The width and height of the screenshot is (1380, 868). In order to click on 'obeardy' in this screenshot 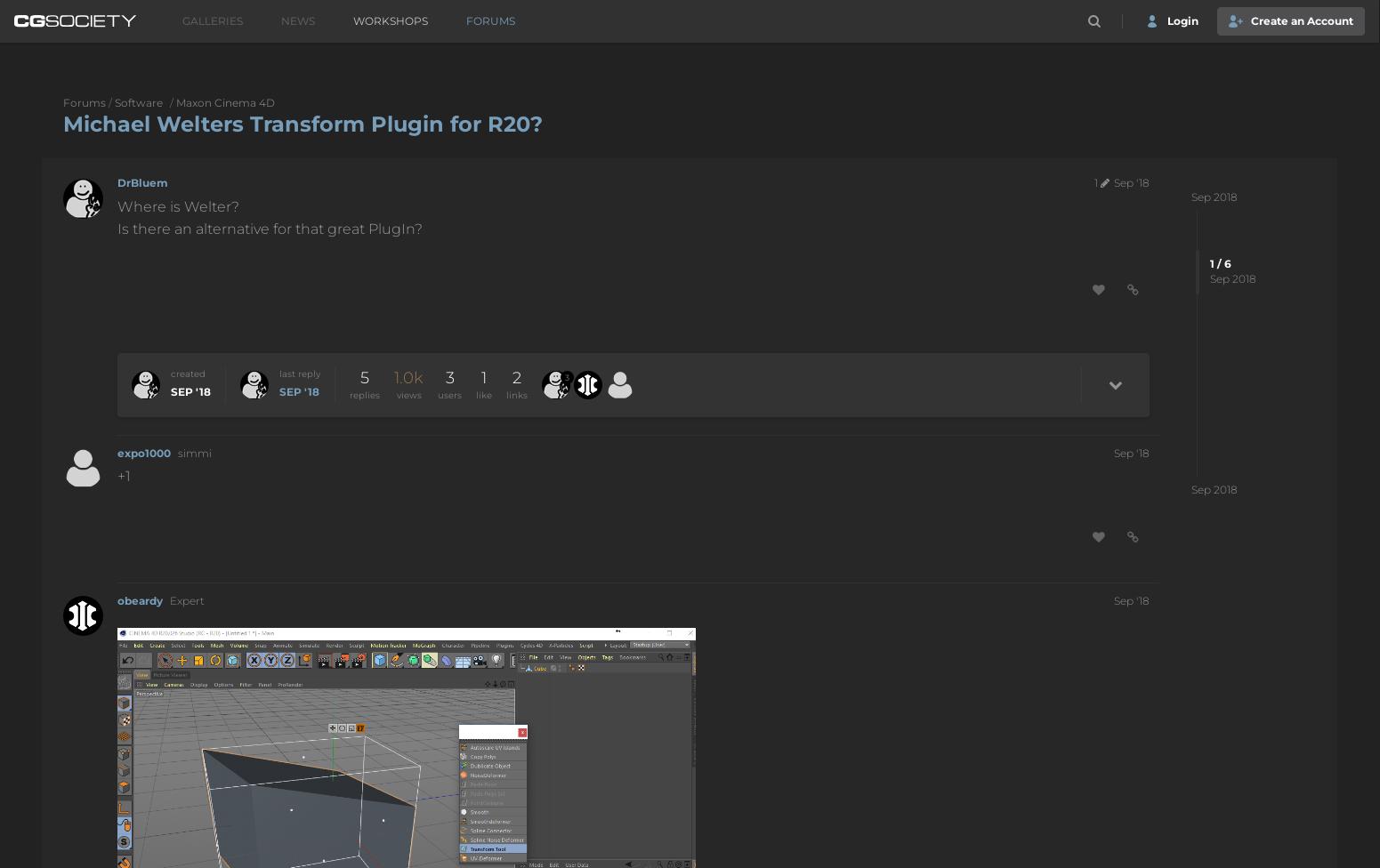, I will do `click(117, 599)`.